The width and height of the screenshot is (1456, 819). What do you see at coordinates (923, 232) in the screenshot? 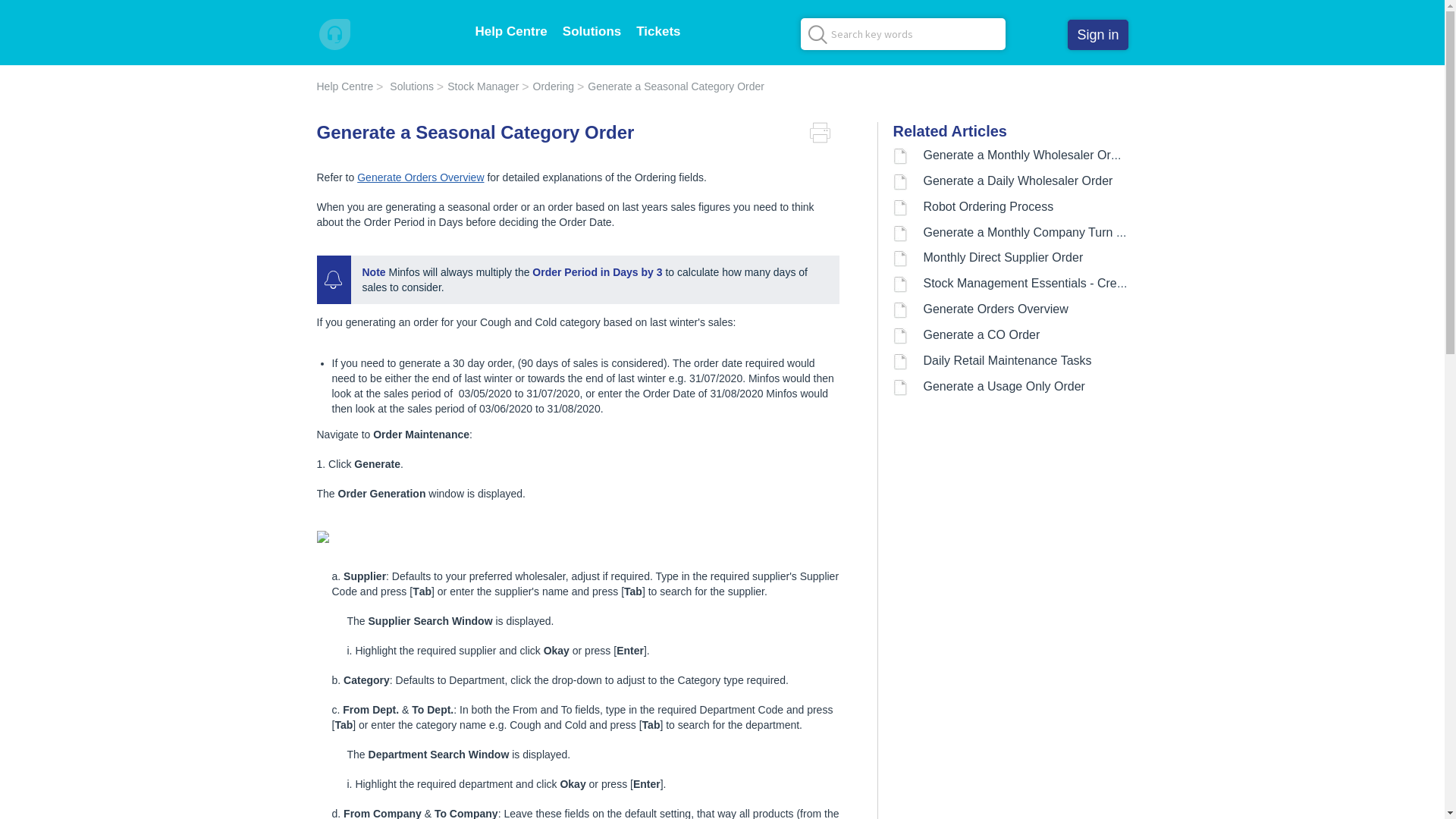
I see `'Generate a Monthly Company Turn Over Order'` at bounding box center [923, 232].